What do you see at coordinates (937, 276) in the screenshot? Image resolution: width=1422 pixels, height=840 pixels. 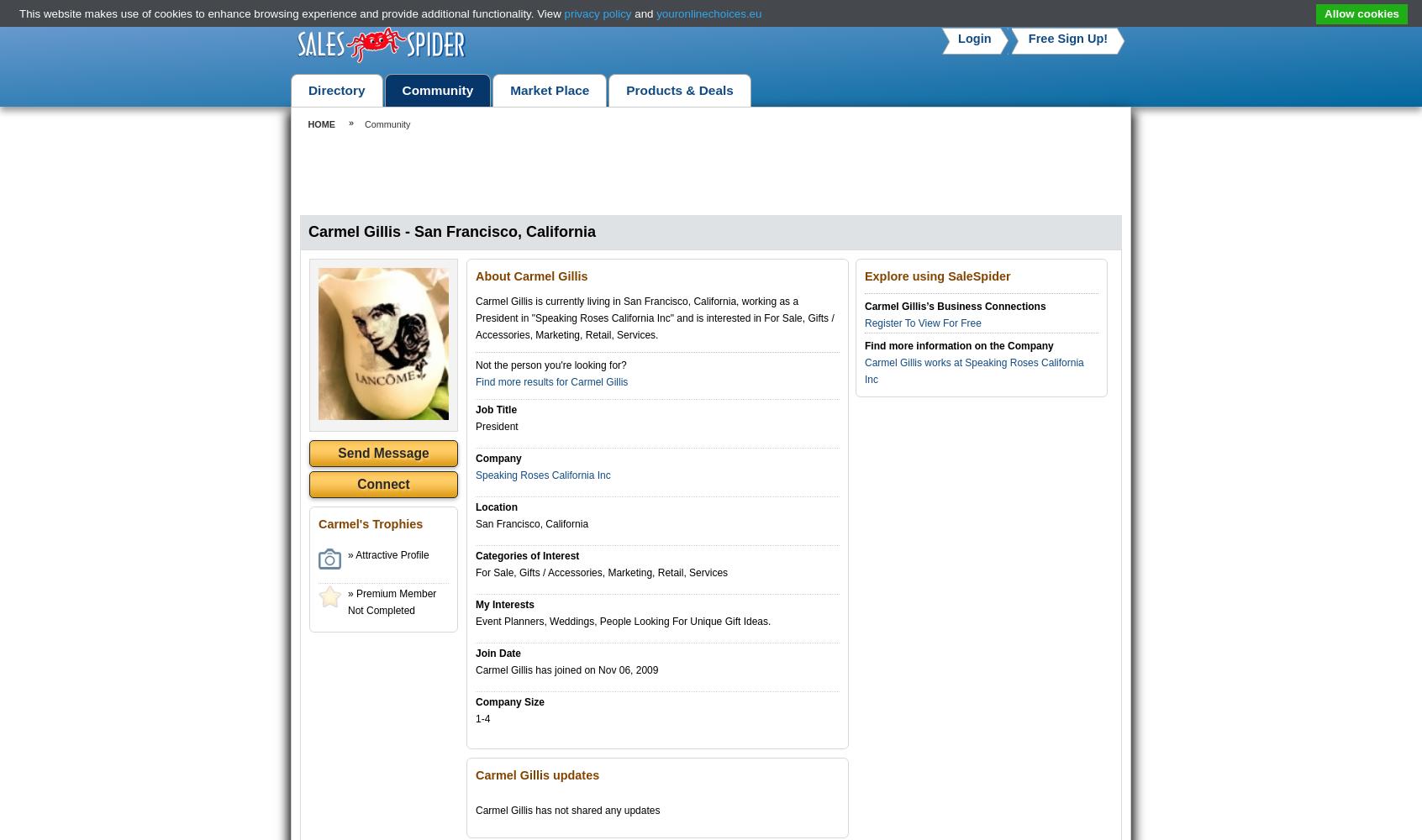 I see `'Explore using SaleSpider'` at bounding box center [937, 276].